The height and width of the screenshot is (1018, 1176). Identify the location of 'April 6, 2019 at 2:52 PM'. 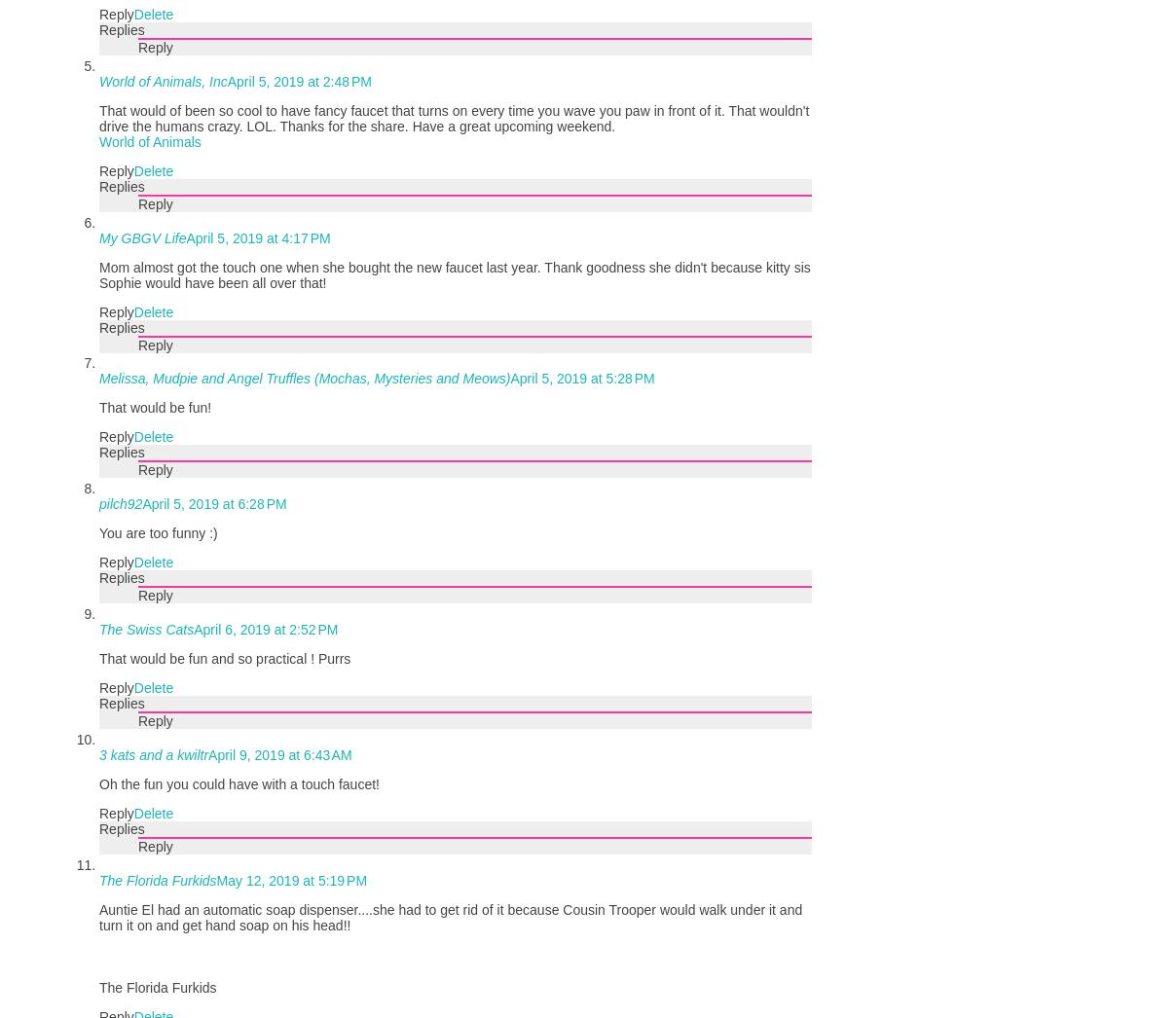
(266, 628).